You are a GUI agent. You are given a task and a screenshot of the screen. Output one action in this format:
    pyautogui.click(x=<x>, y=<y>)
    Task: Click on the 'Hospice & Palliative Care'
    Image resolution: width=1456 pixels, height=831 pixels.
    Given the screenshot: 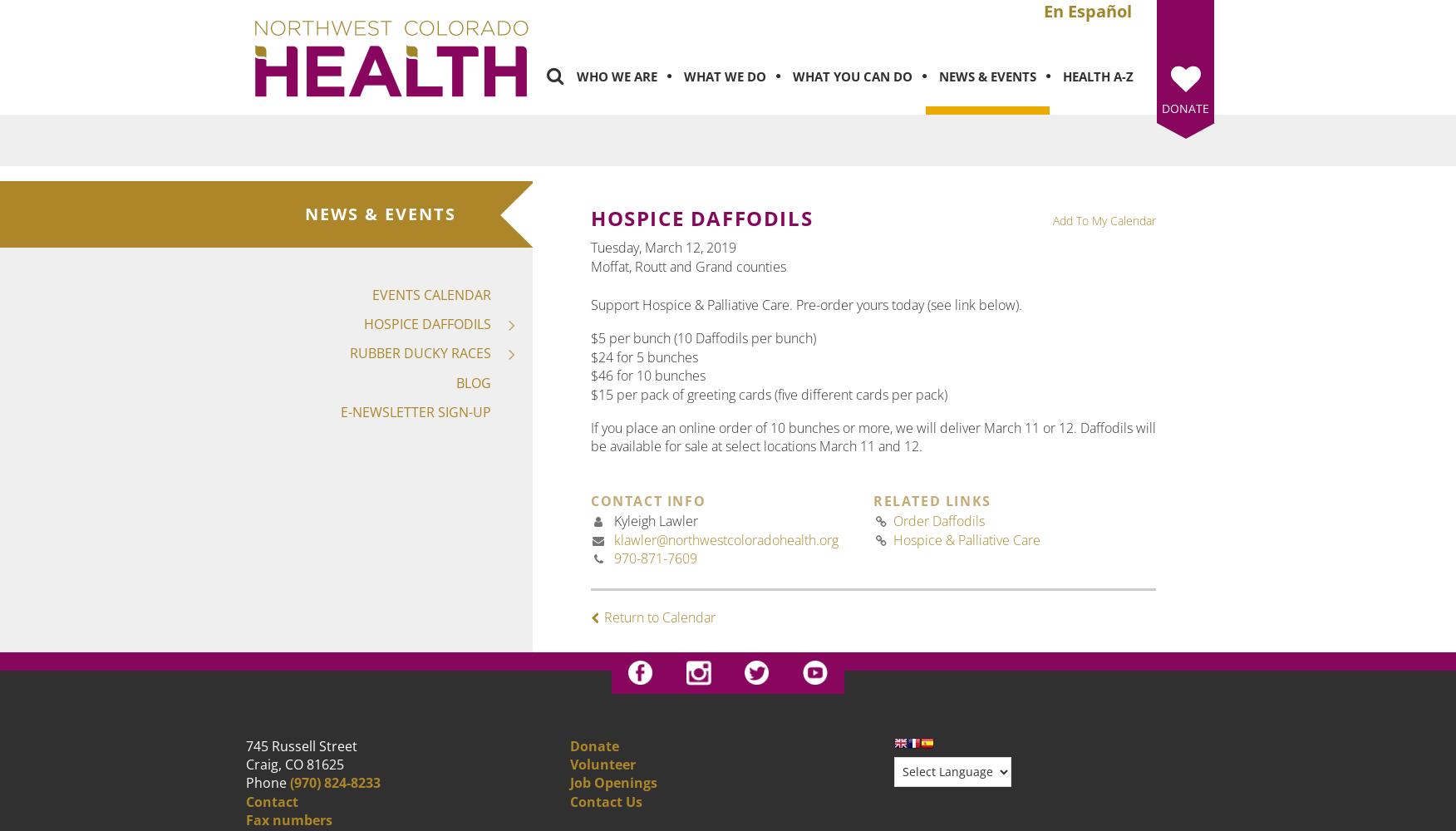 What is the action you would take?
    pyautogui.click(x=966, y=539)
    